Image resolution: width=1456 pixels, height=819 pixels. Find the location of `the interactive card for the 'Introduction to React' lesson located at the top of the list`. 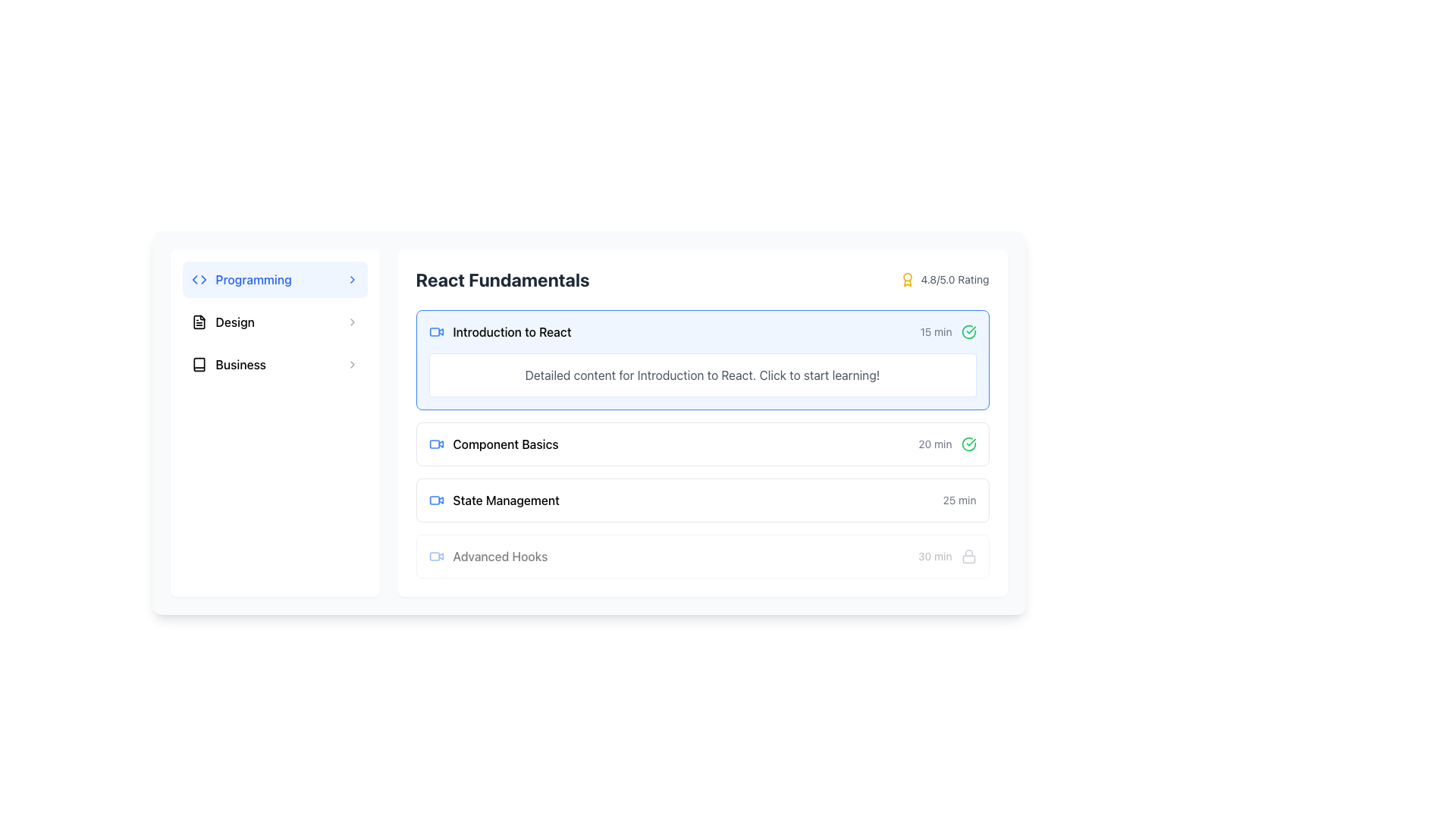

the interactive card for the 'Introduction to React' lesson located at the top of the list is located at coordinates (701, 359).